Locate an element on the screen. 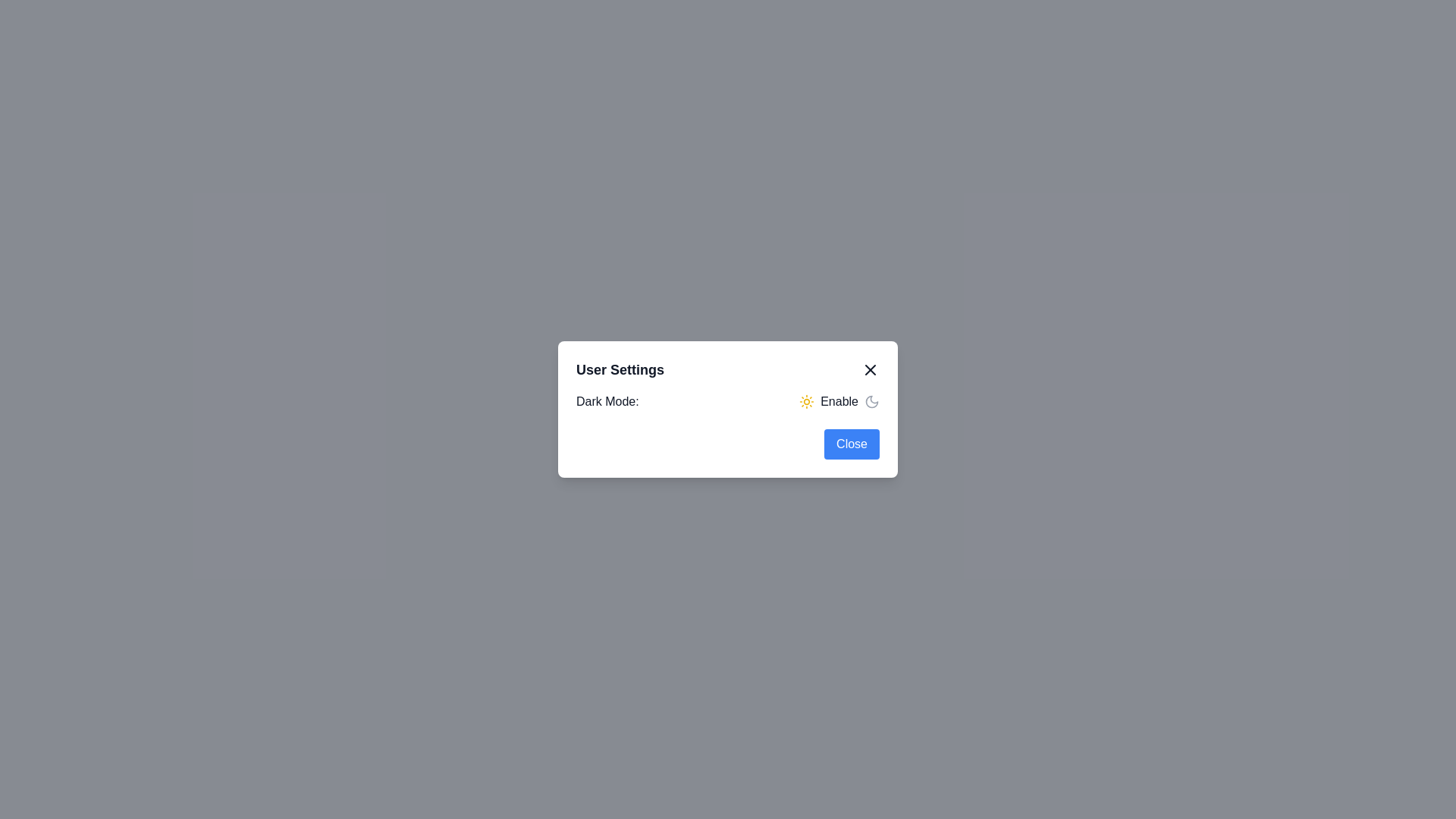 This screenshot has width=1456, height=819. the 'Enable' text label located is located at coordinates (839, 400).